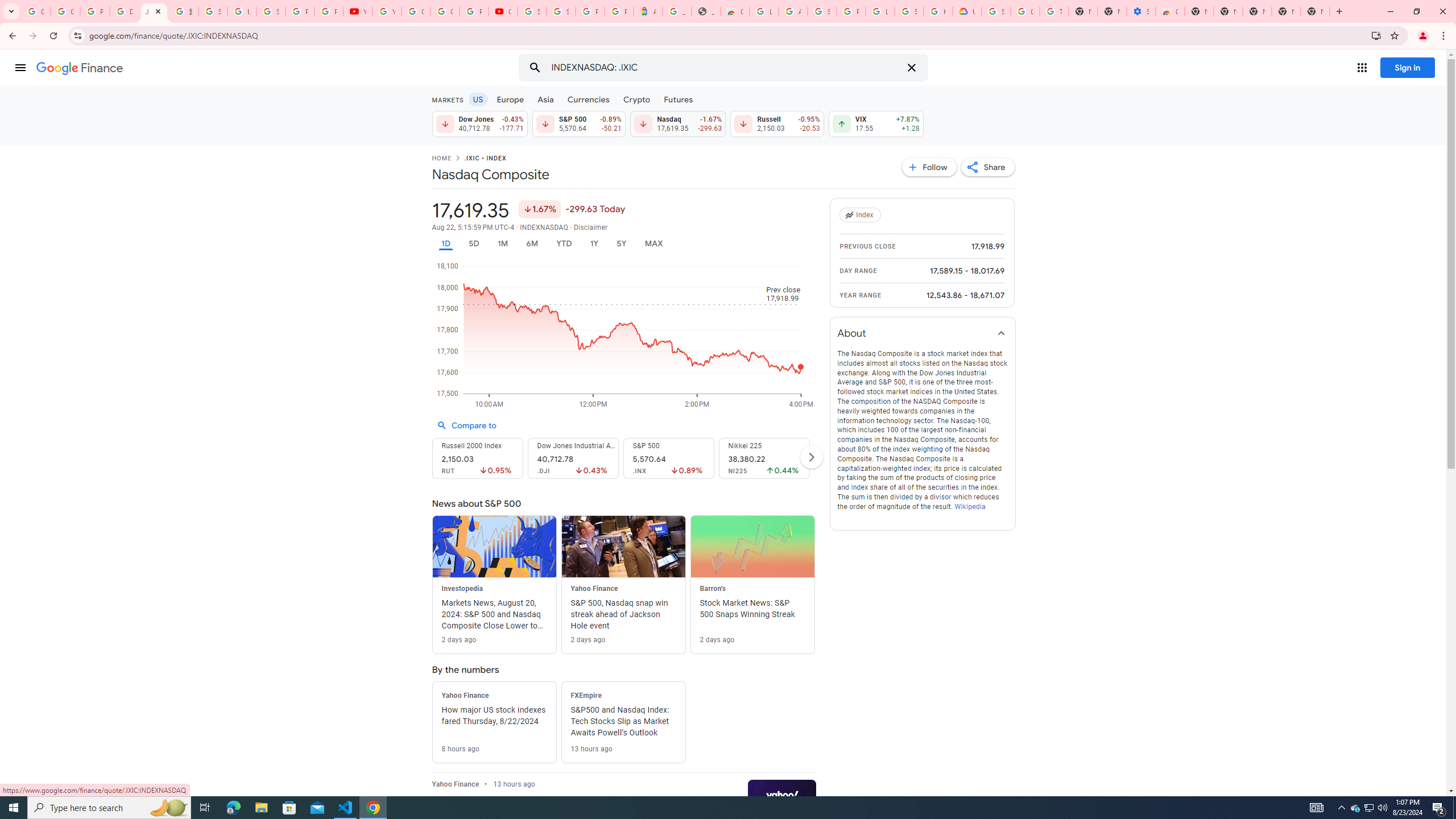 Image resolution: width=1456 pixels, height=819 pixels. I want to click on '5D', so click(473, 243).